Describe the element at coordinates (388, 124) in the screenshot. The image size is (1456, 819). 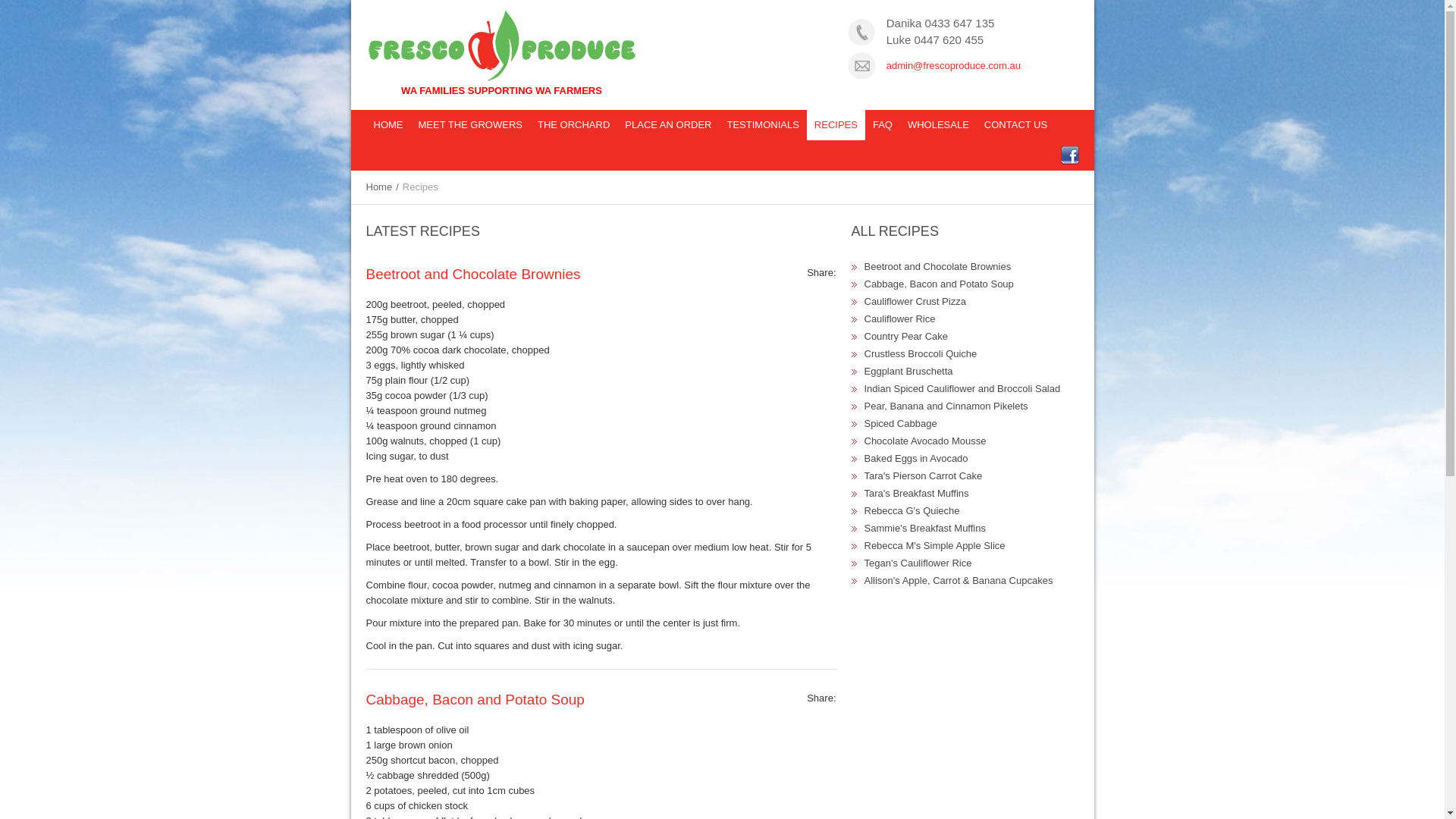
I see `'HOME'` at that location.